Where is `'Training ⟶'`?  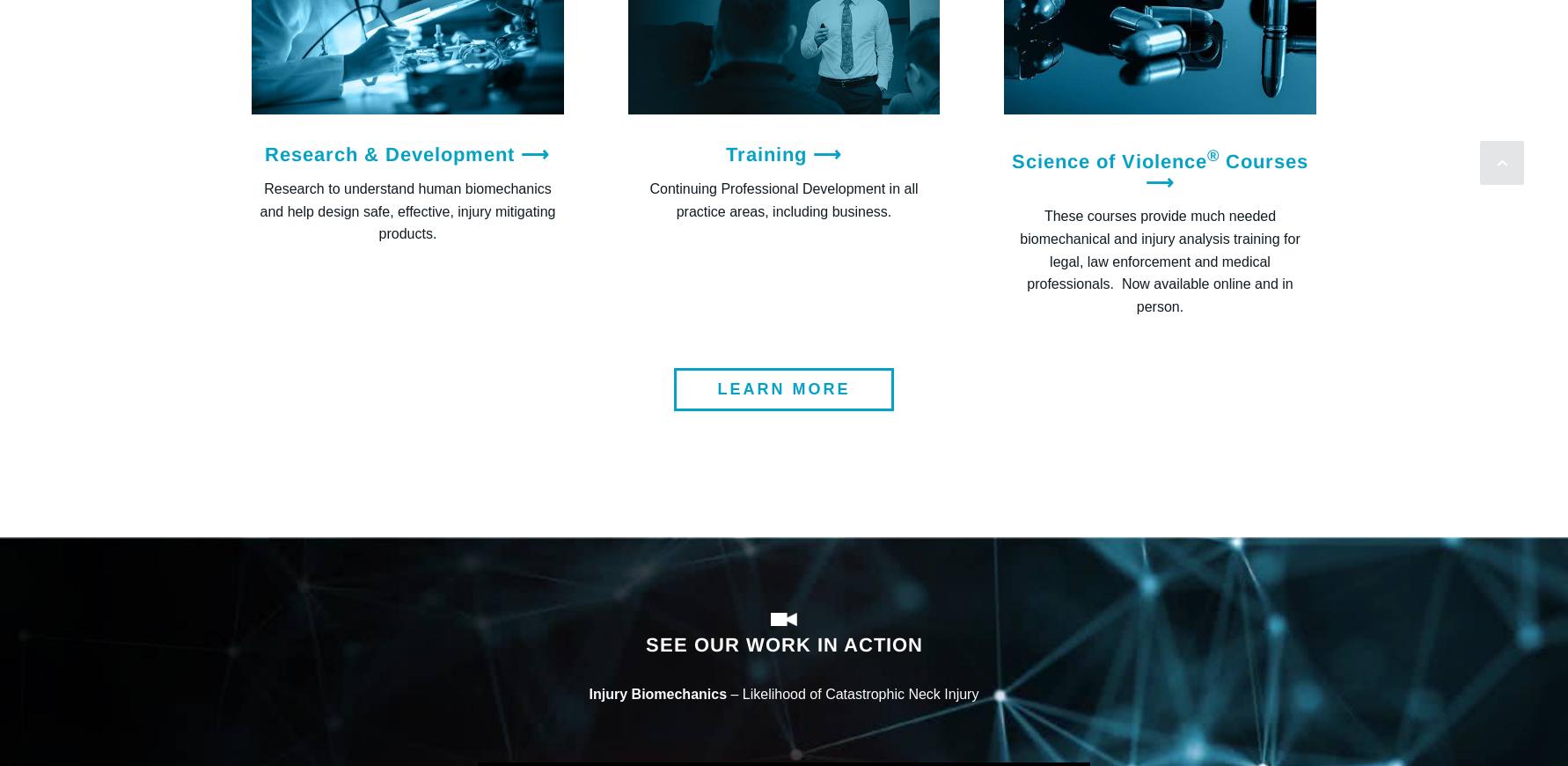 'Training ⟶' is located at coordinates (781, 153).